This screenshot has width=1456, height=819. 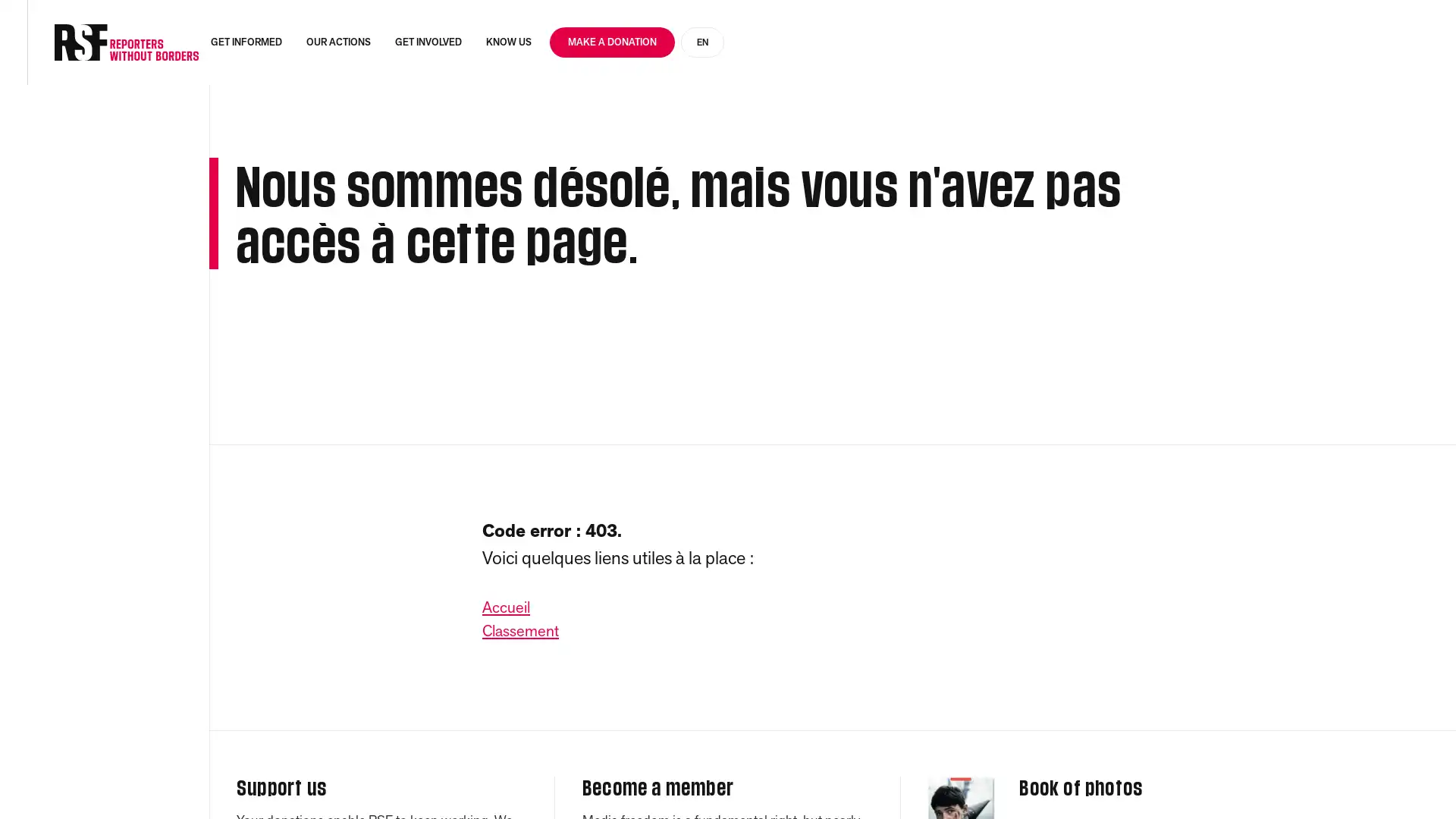 What do you see at coordinates (1224, 780) in the screenshot?
I see `Personalise (modal window)` at bounding box center [1224, 780].